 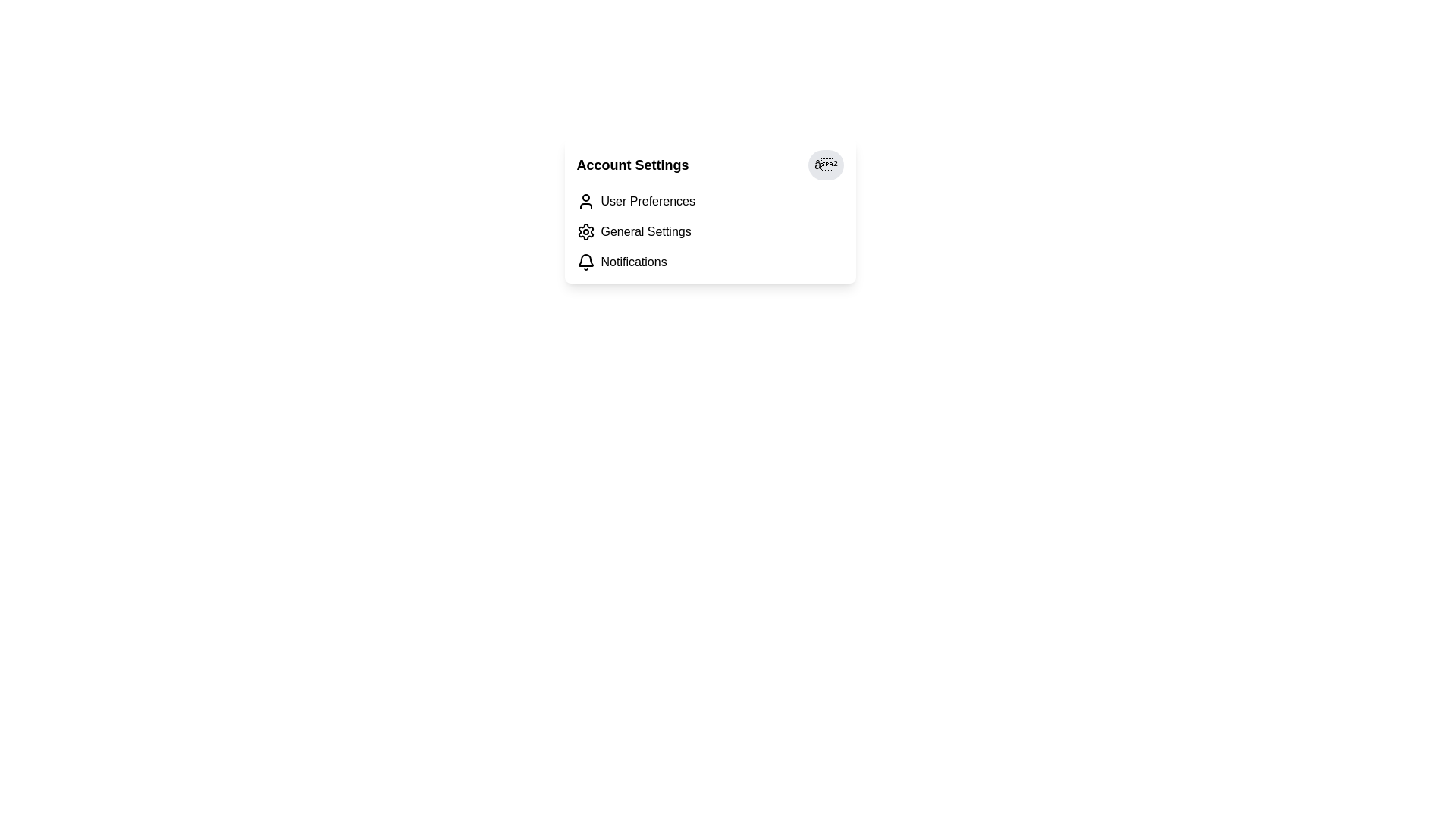 What do you see at coordinates (585, 231) in the screenshot?
I see `the gear icon representing settings, located next to the 'General Settings' text` at bounding box center [585, 231].